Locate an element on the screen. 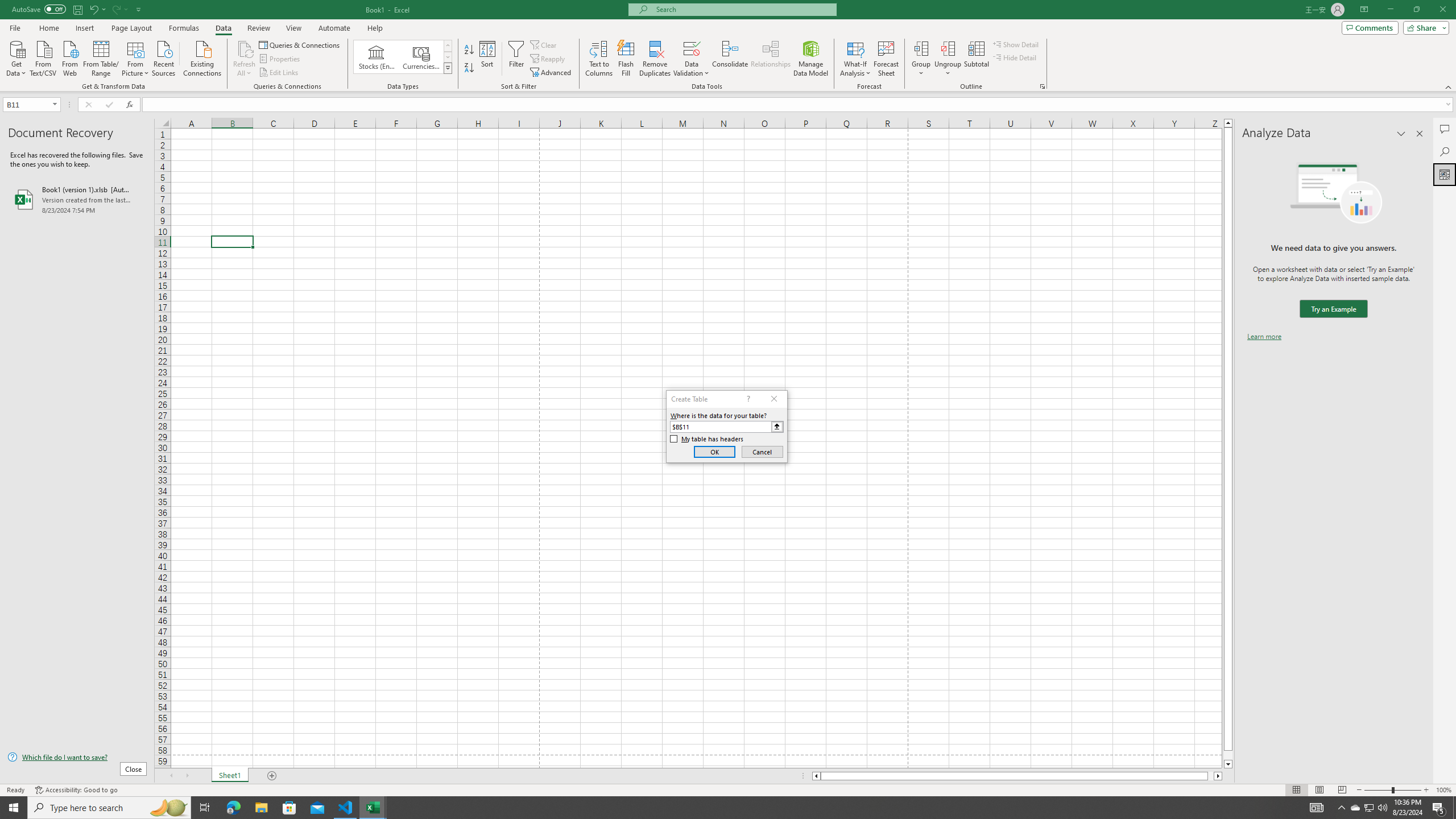 The image size is (1456, 819). 'Group...' is located at coordinates (921, 59).